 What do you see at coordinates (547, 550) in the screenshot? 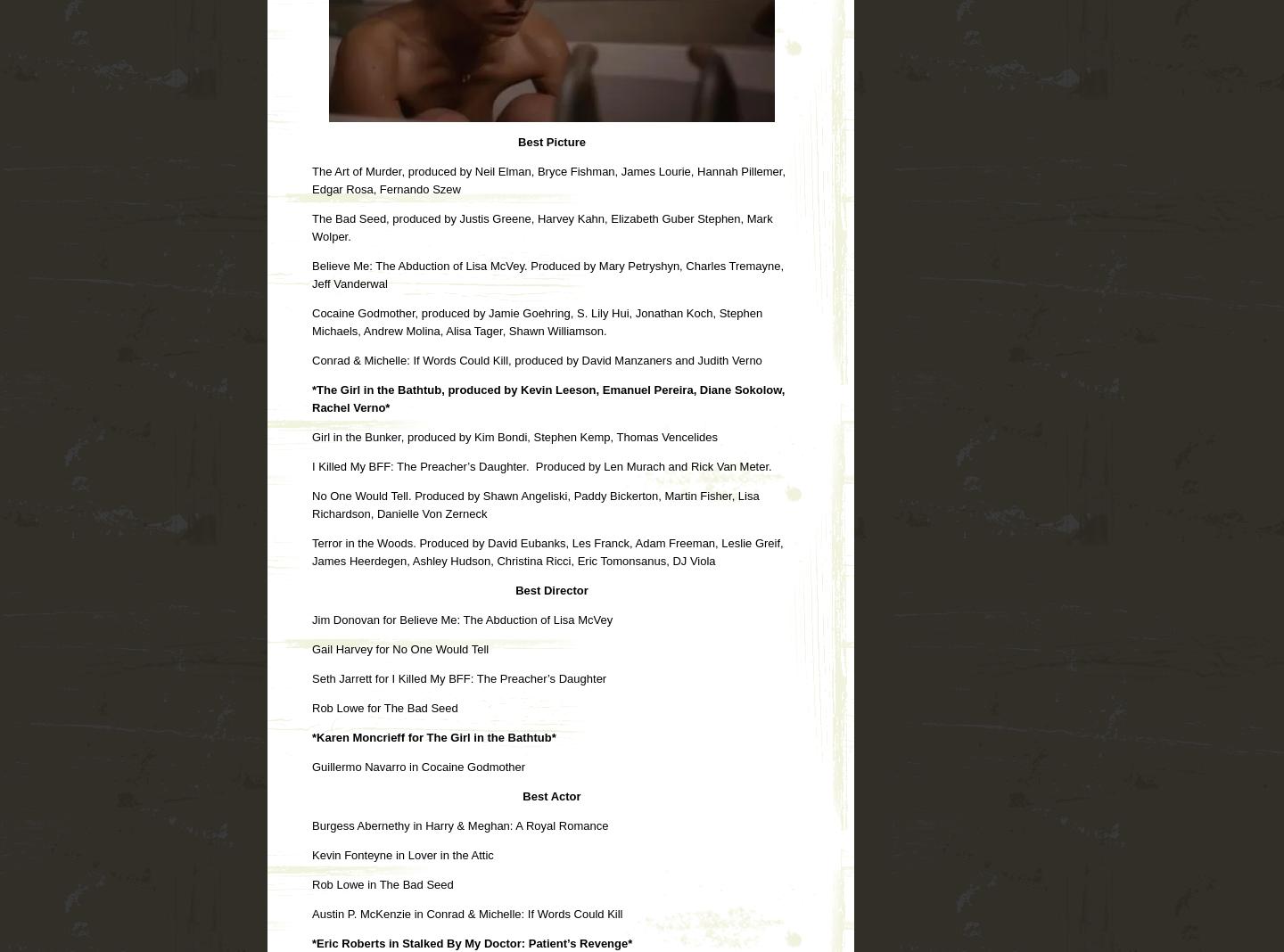
I see `'Terror in the Woods. Produced by David Eubanks, Les Franck, Adam Freeman, Leslie Greif, James Heerdegen, Ashley Hudson, Christina Ricci, Eric Tomonsanus, DJ Viola'` at bounding box center [547, 550].